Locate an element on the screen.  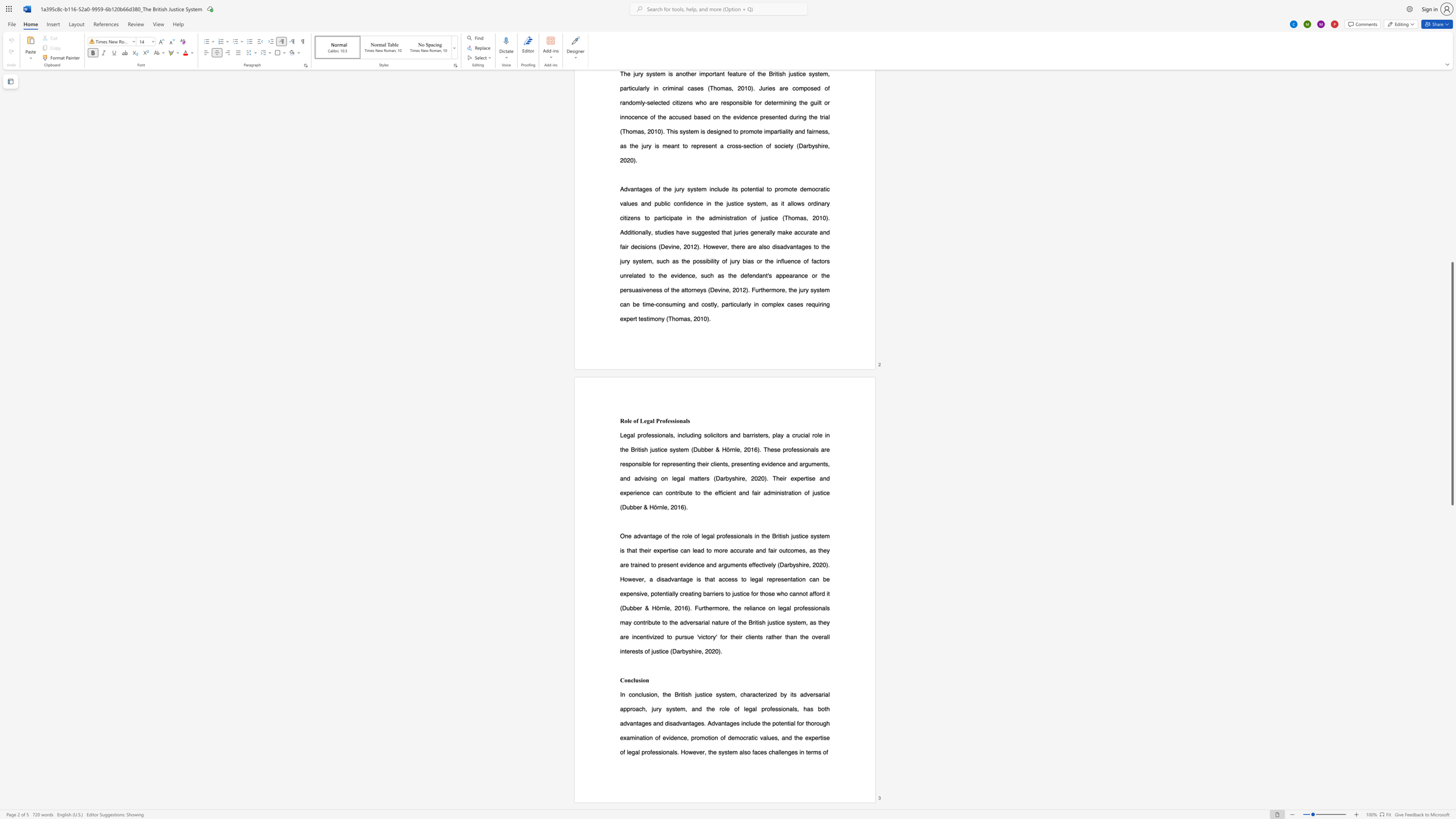
the scrollbar on the right side to scroll the page up is located at coordinates (1451, 234).